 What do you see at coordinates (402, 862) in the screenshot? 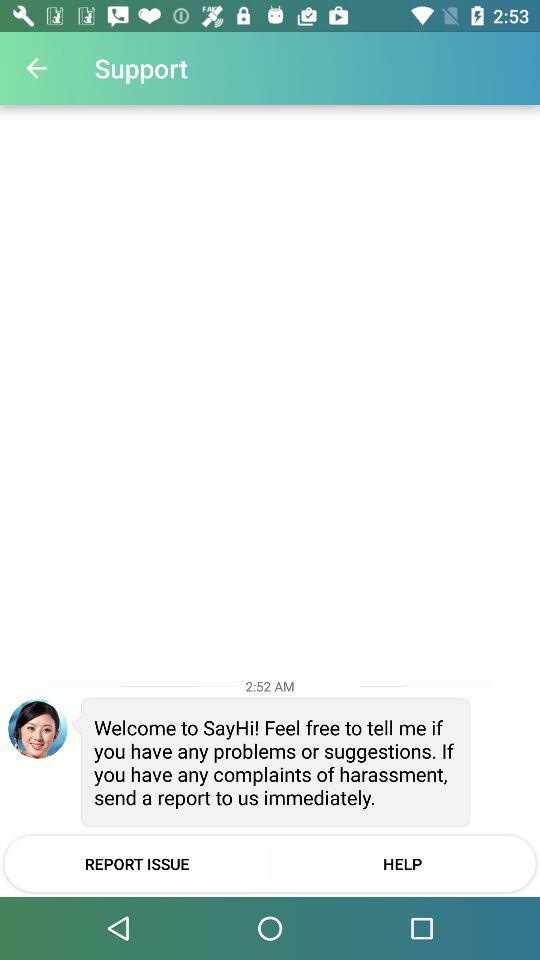
I see `the icon next to report issue icon` at bounding box center [402, 862].